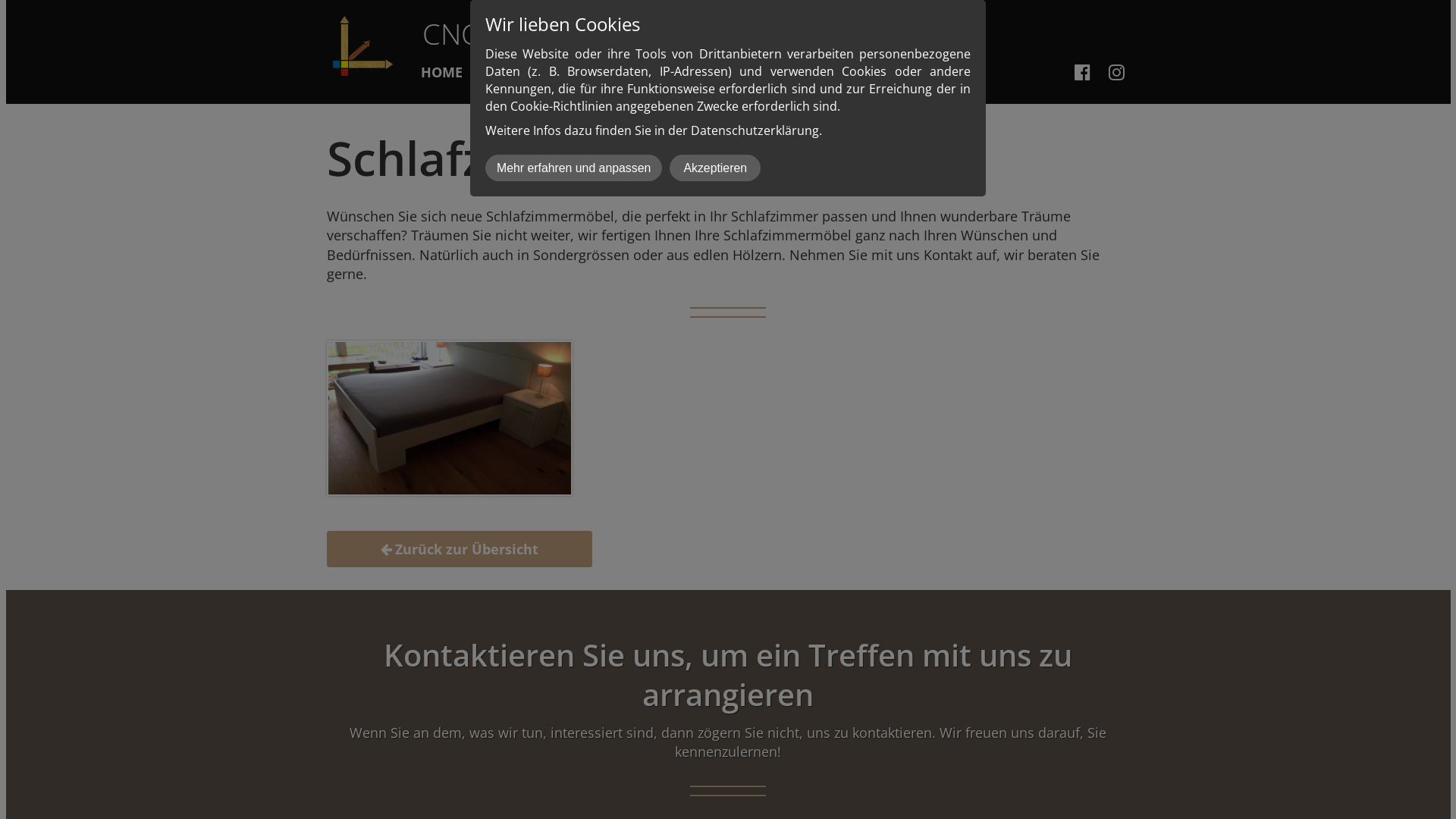  I want to click on 'DIENSTLEISTUNGEN', so click(560, 73).